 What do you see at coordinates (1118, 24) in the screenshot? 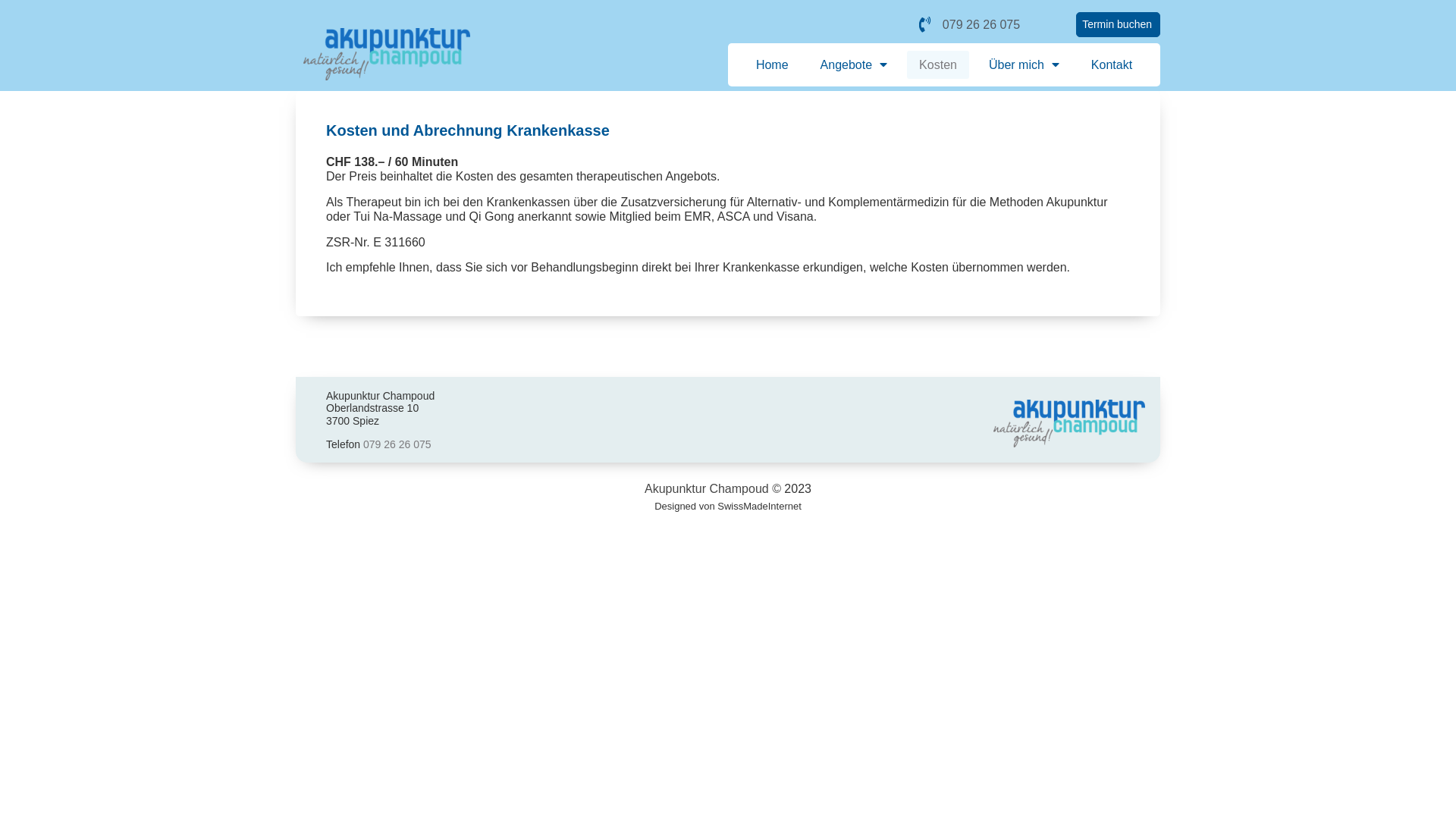
I see `'Termin buchen'` at bounding box center [1118, 24].